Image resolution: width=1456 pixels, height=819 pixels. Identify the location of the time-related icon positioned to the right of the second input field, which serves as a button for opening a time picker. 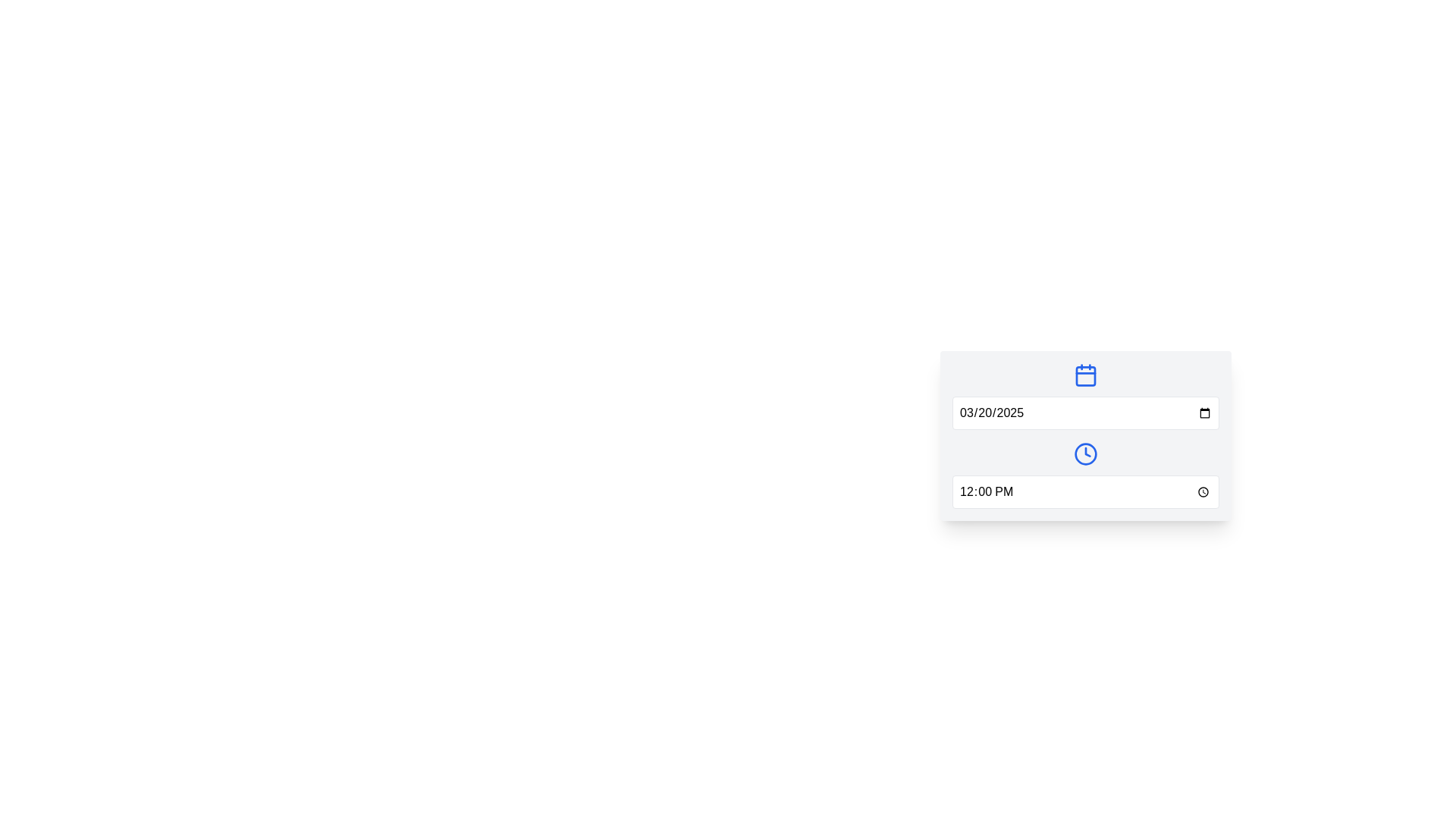
(1084, 453).